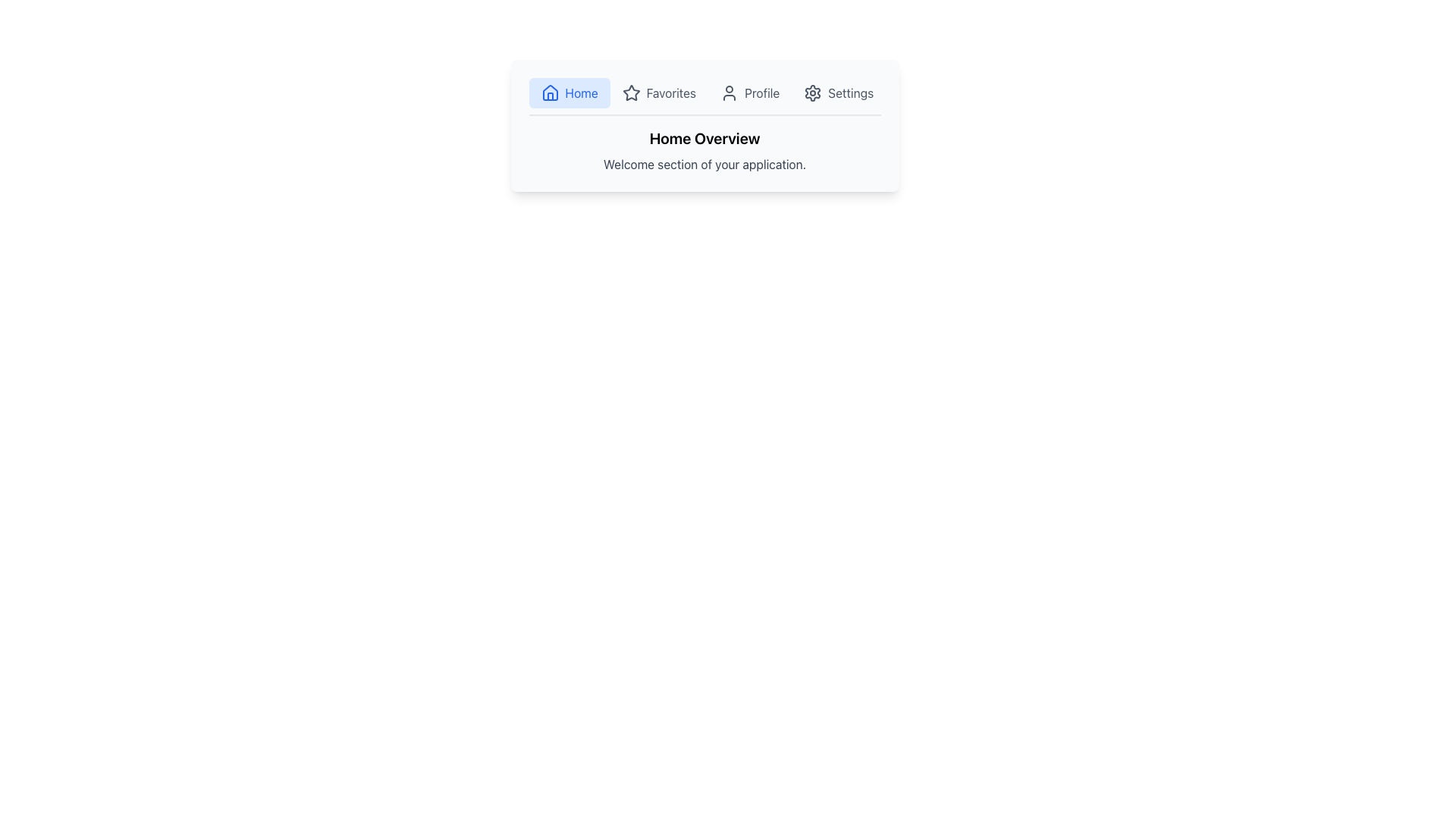 The height and width of the screenshot is (819, 1456). Describe the element at coordinates (569, 93) in the screenshot. I see `the 'Home' button located at the top left of the navigation bar` at that location.